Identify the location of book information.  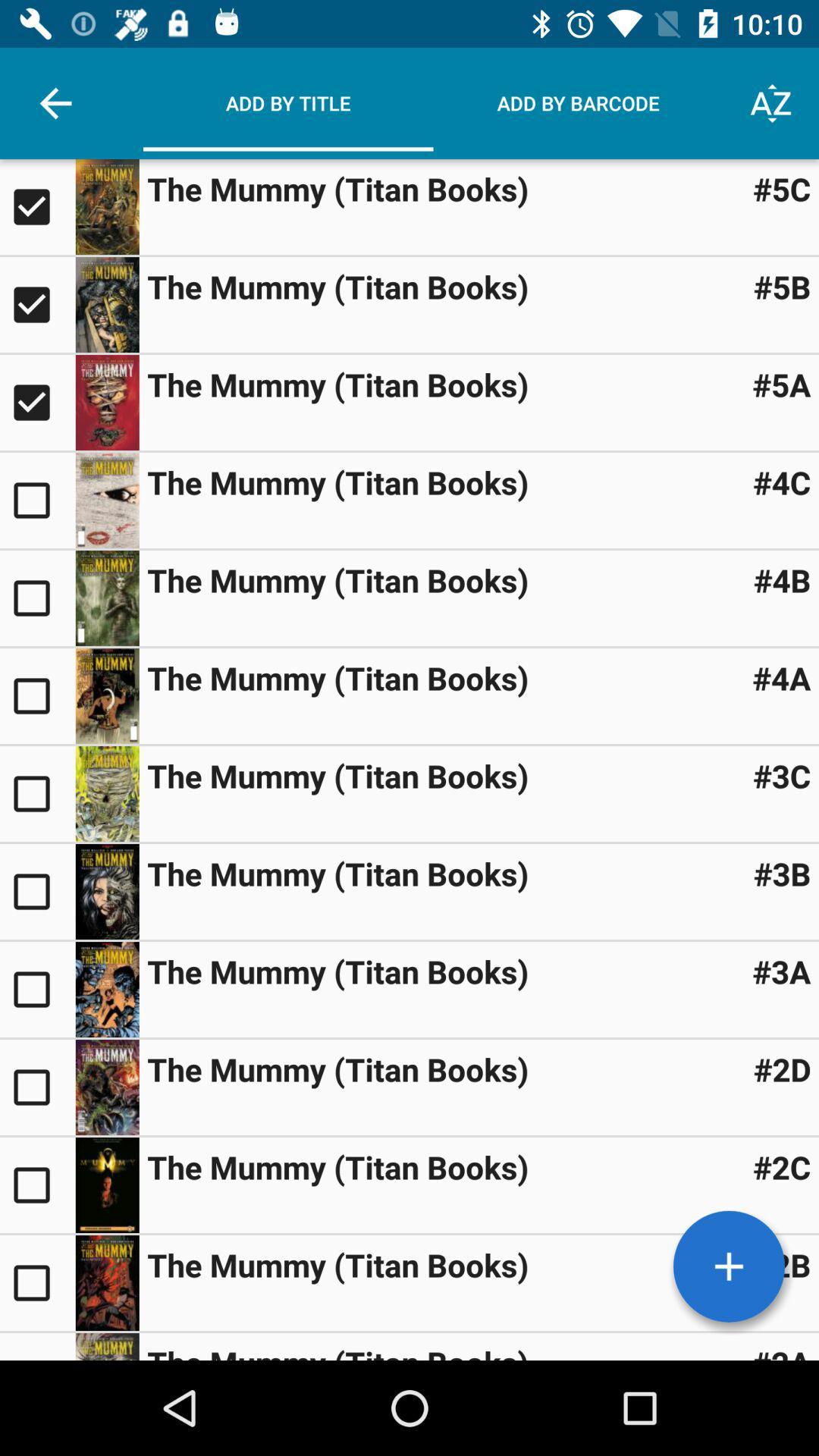
(106, 403).